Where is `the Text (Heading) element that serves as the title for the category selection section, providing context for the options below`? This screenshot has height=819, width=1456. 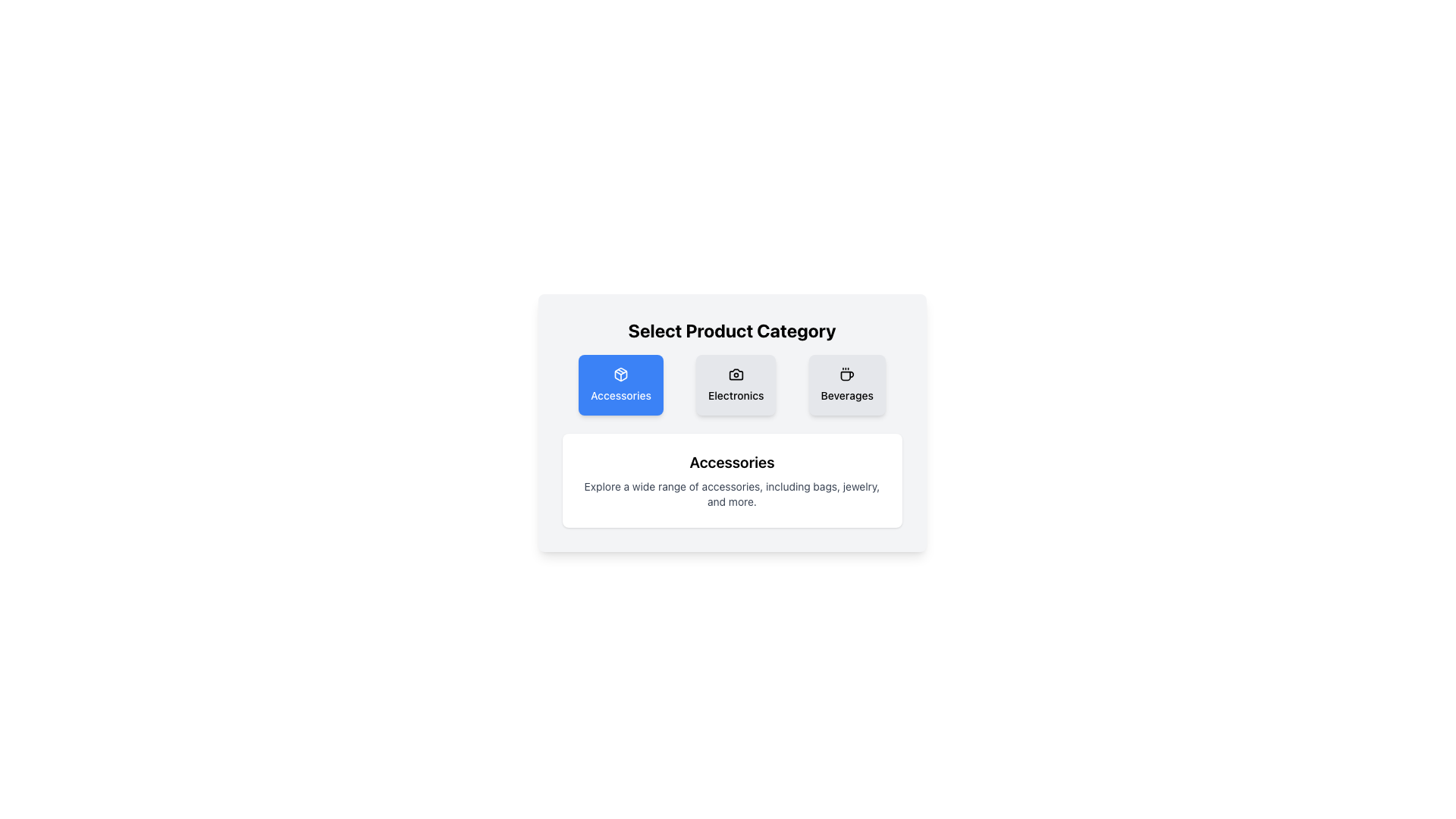
the Text (Heading) element that serves as the title for the category selection section, providing context for the options below is located at coordinates (732, 329).